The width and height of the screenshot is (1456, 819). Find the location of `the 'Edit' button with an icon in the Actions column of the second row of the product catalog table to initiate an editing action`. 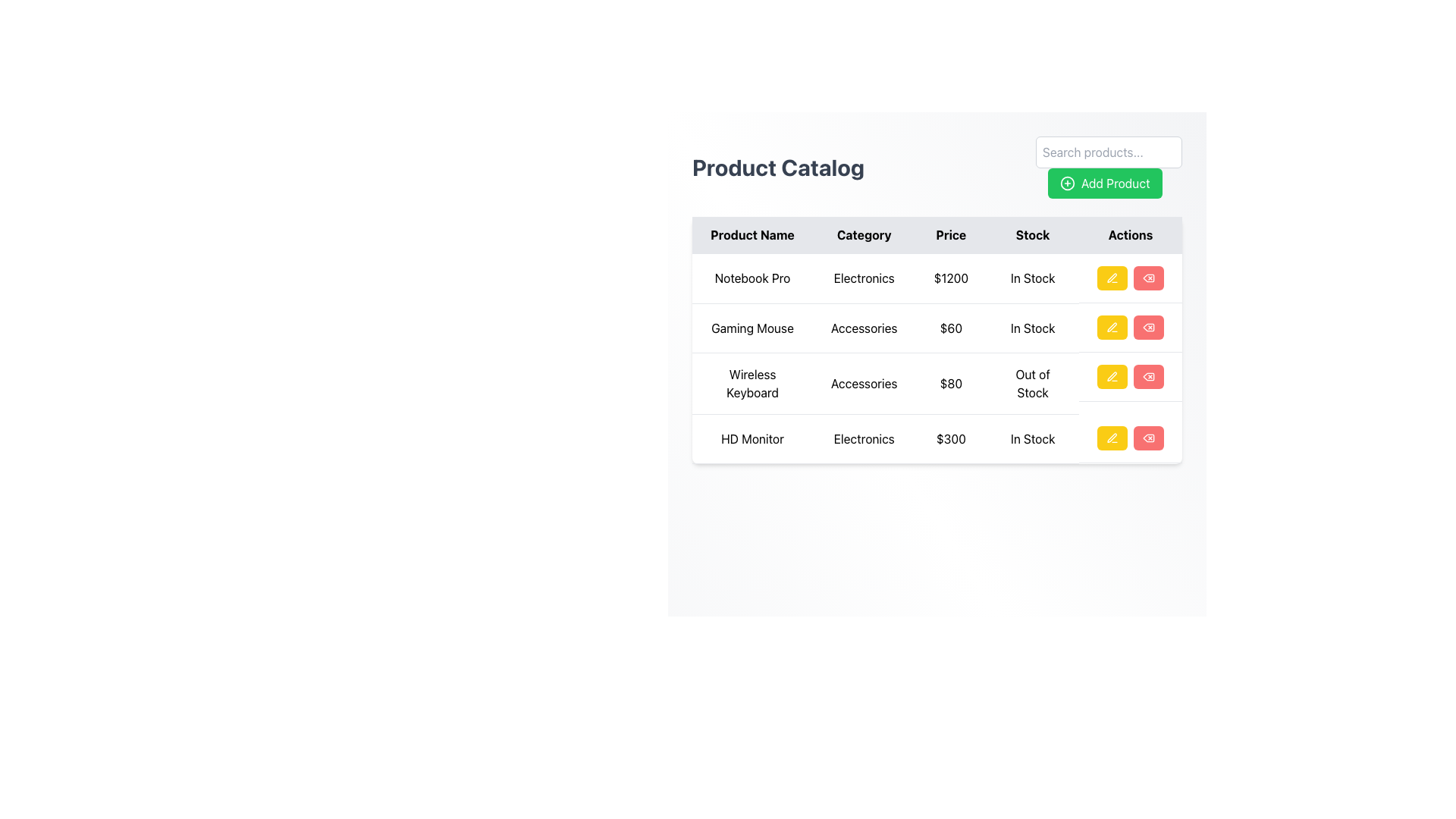

the 'Edit' button with an icon in the Actions column of the second row of the product catalog table to initiate an editing action is located at coordinates (1112, 327).